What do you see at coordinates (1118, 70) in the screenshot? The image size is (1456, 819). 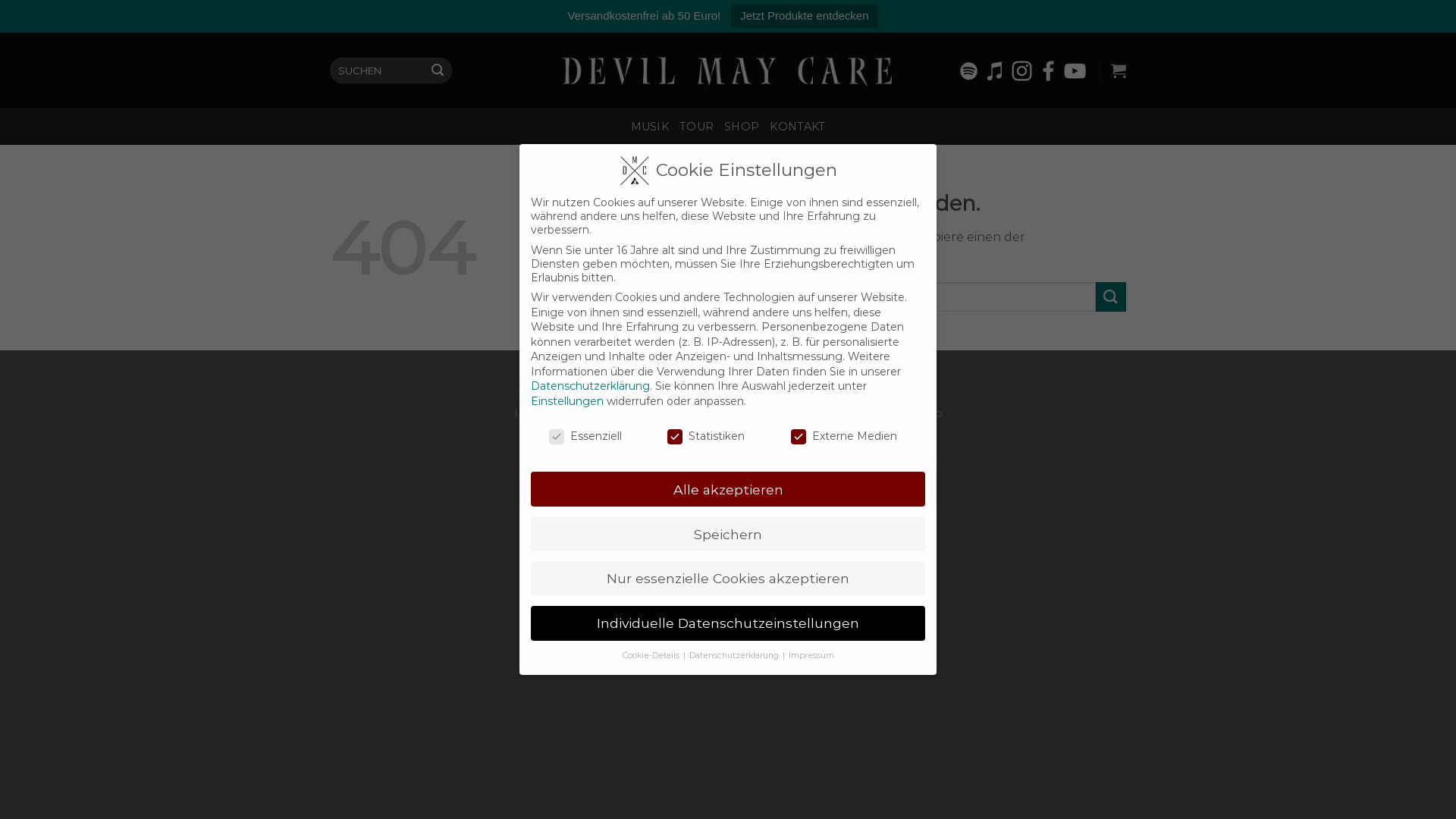 I see `'Warenkorb'` at bounding box center [1118, 70].